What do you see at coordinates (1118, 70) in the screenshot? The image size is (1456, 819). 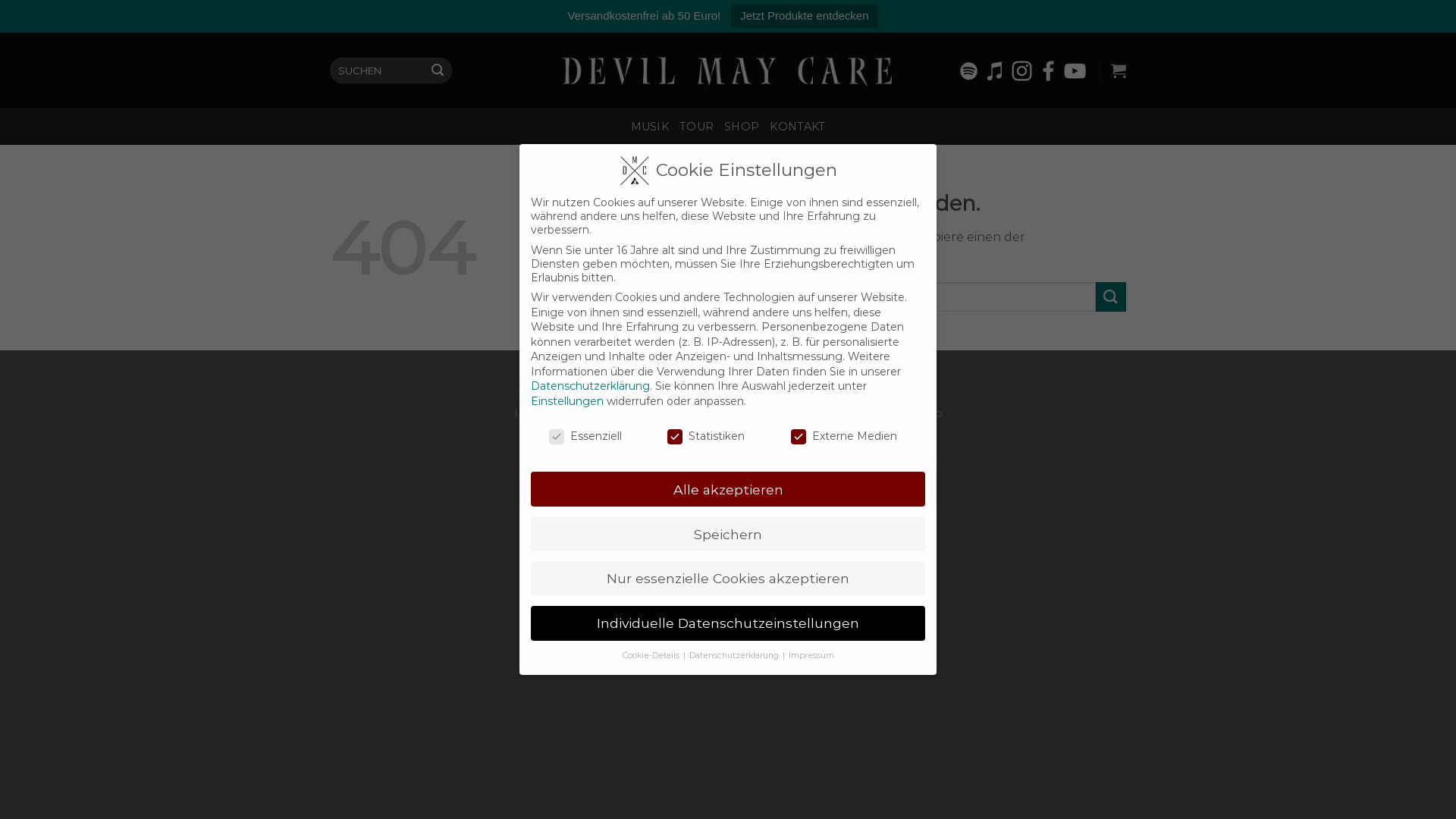 I see `'Warenkorb'` at bounding box center [1118, 70].